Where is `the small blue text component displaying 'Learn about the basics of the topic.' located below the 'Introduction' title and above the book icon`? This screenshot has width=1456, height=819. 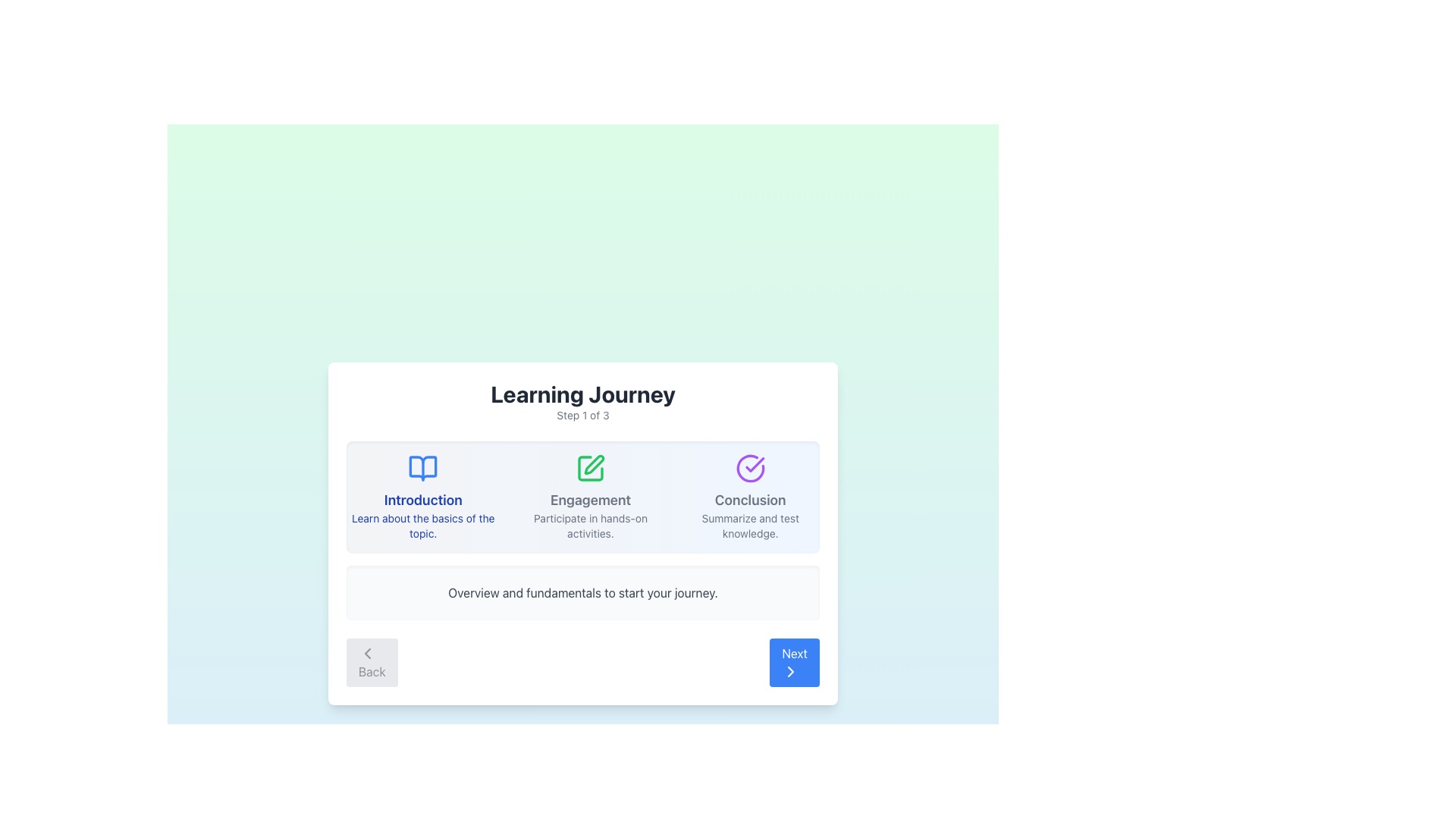
the small blue text component displaying 'Learn about the basics of the topic.' located below the 'Introduction' title and above the book icon is located at coordinates (423, 526).